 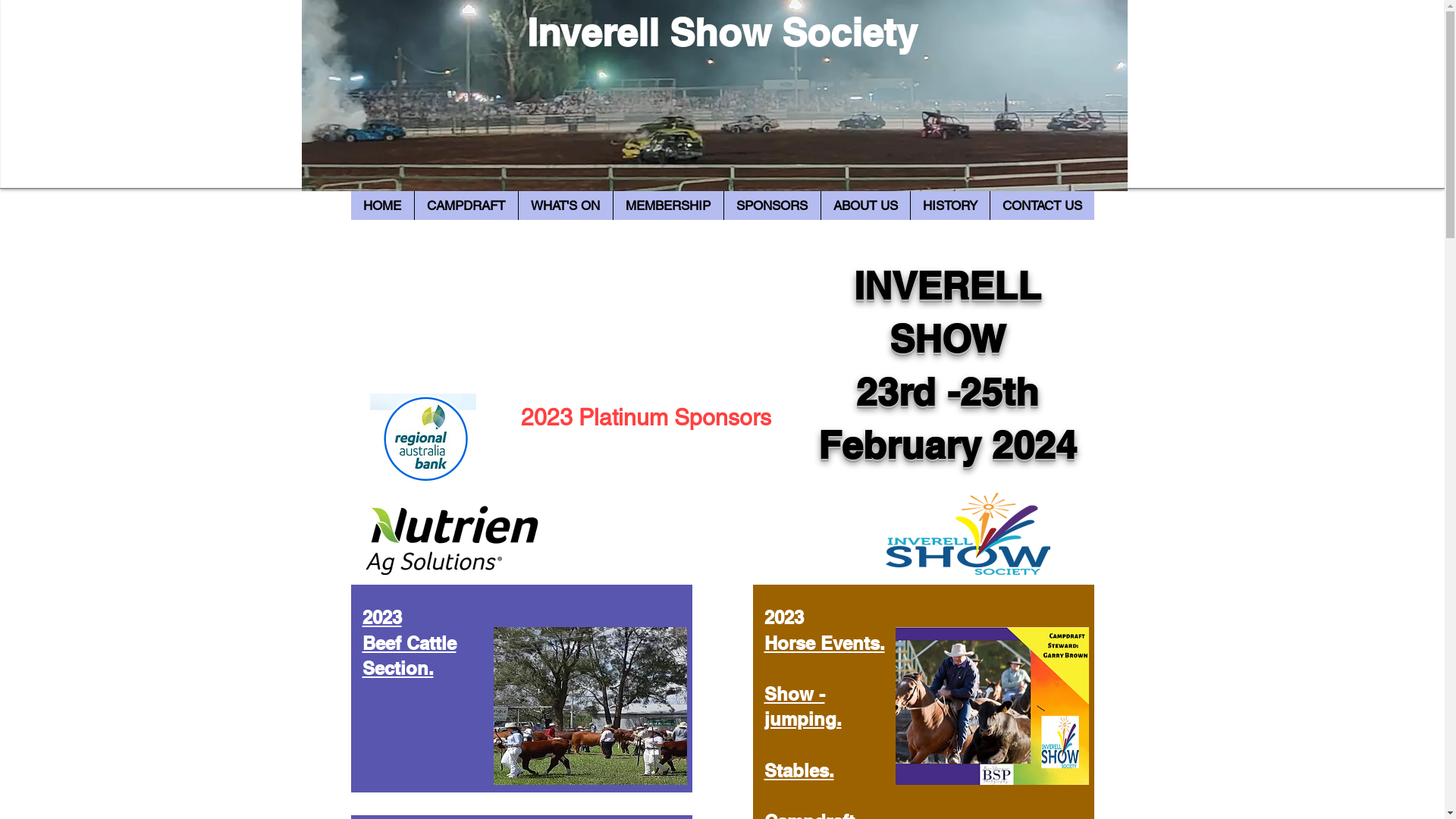 What do you see at coordinates (721, 32) in the screenshot?
I see `'Inverell Show Society'` at bounding box center [721, 32].